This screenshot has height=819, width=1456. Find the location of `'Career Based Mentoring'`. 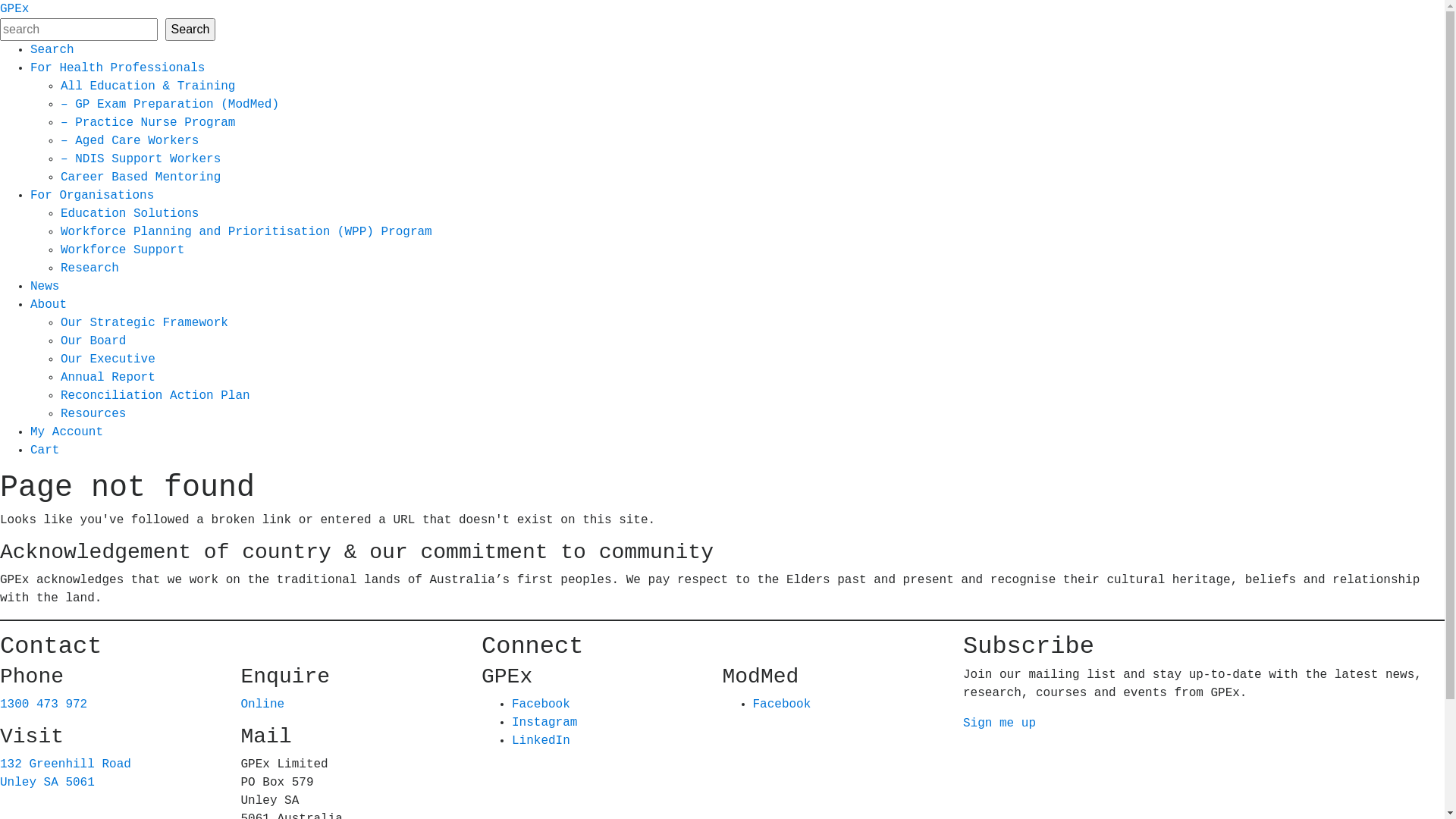

'Career Based Mentoring' is located at coordinates (140, 177).